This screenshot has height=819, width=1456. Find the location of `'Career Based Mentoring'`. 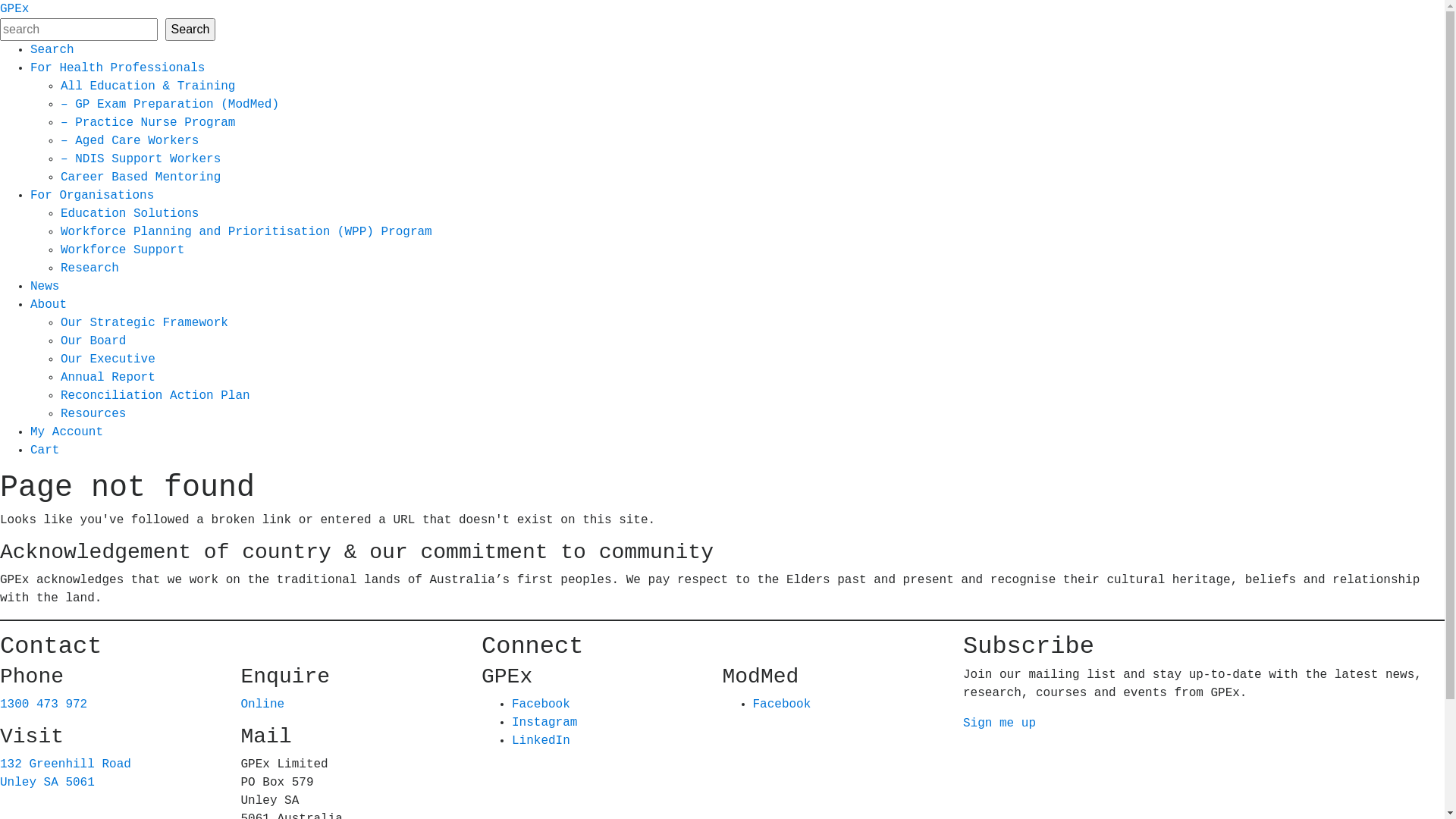

'Career Based Mentoring' is located at coordinates (140, 177).